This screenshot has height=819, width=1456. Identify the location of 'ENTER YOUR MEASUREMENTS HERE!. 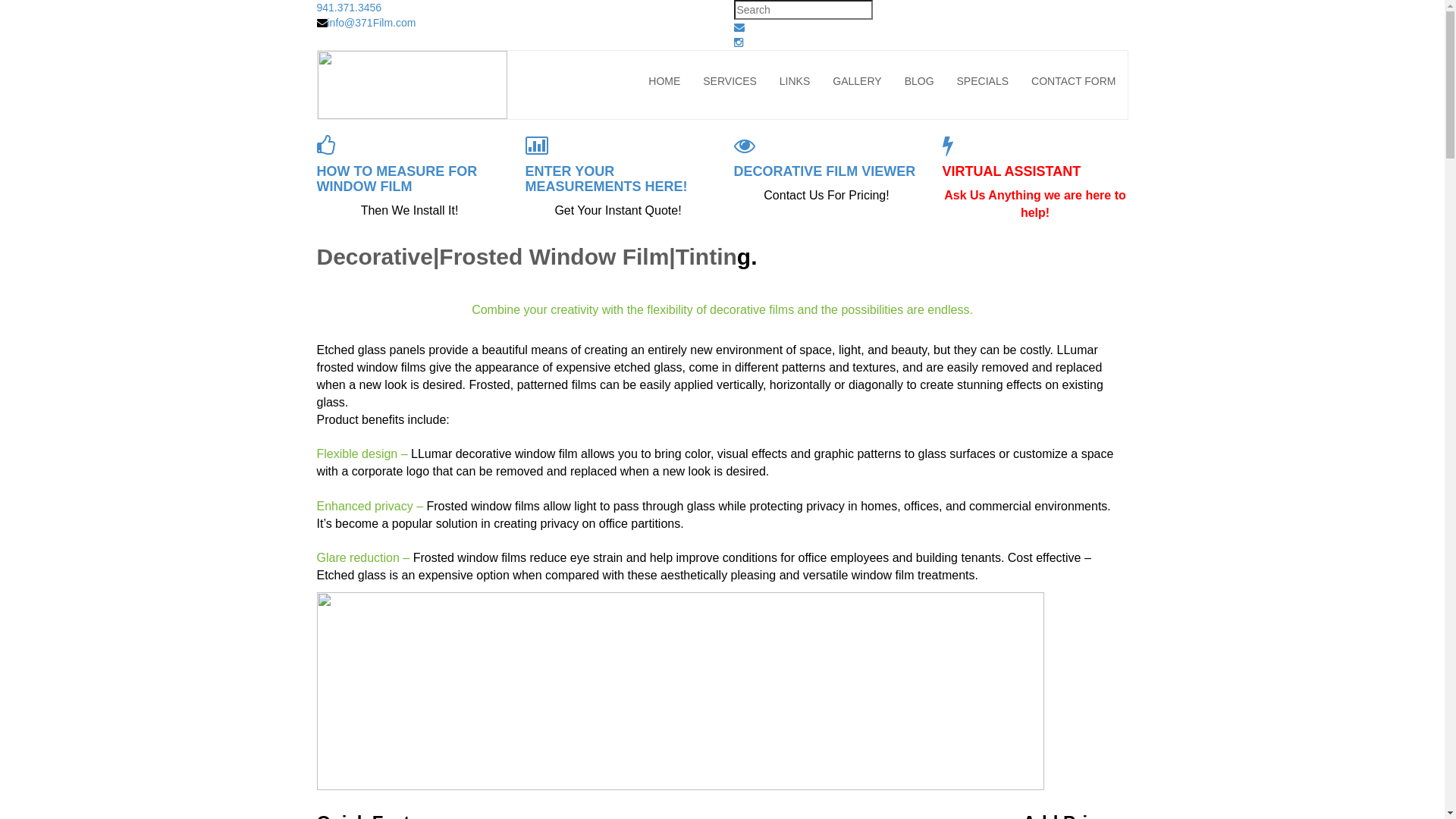
(617, 176).